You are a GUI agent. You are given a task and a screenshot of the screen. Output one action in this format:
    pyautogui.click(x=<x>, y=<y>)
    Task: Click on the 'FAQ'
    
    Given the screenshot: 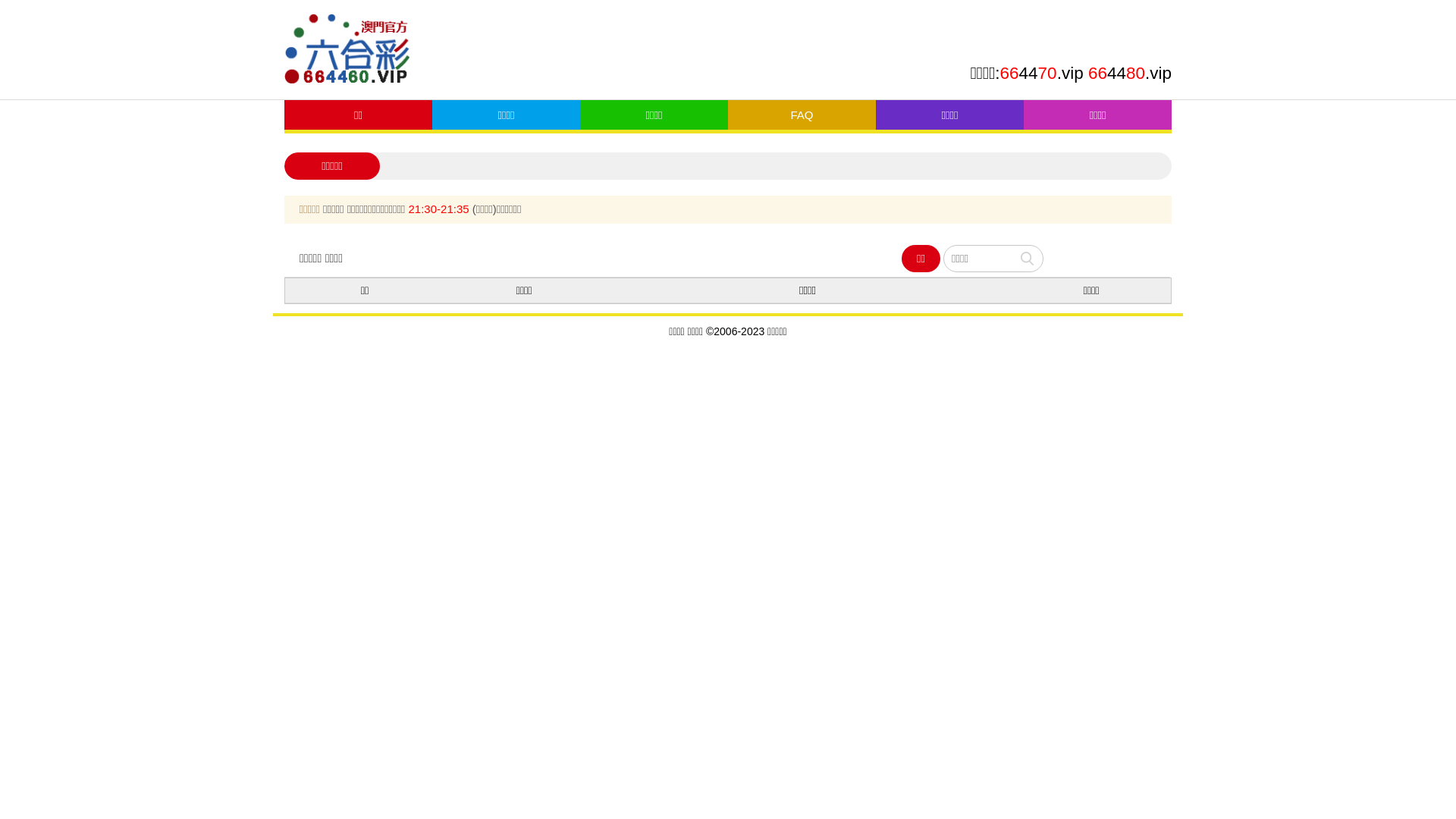 What is the action you would take?
    pyautogui.click(x=801, y=114)
    